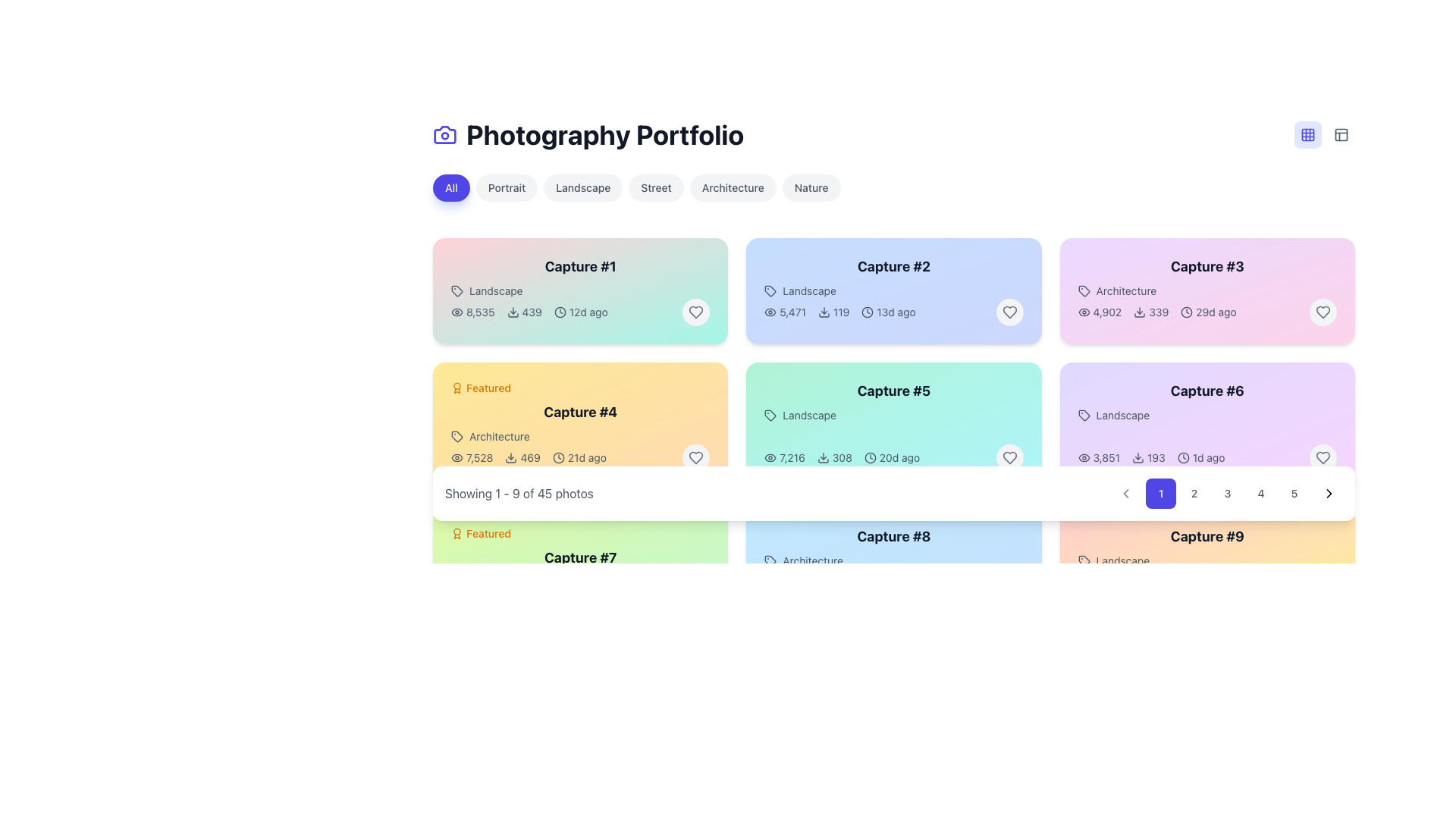  What do you see at coordinates (582, 187) in the screenshot?
I see `the 'Landscape' button, the third button in the horizontal list located beneath the title 'Photography Portfolio'` at bounding box center [582, 187].